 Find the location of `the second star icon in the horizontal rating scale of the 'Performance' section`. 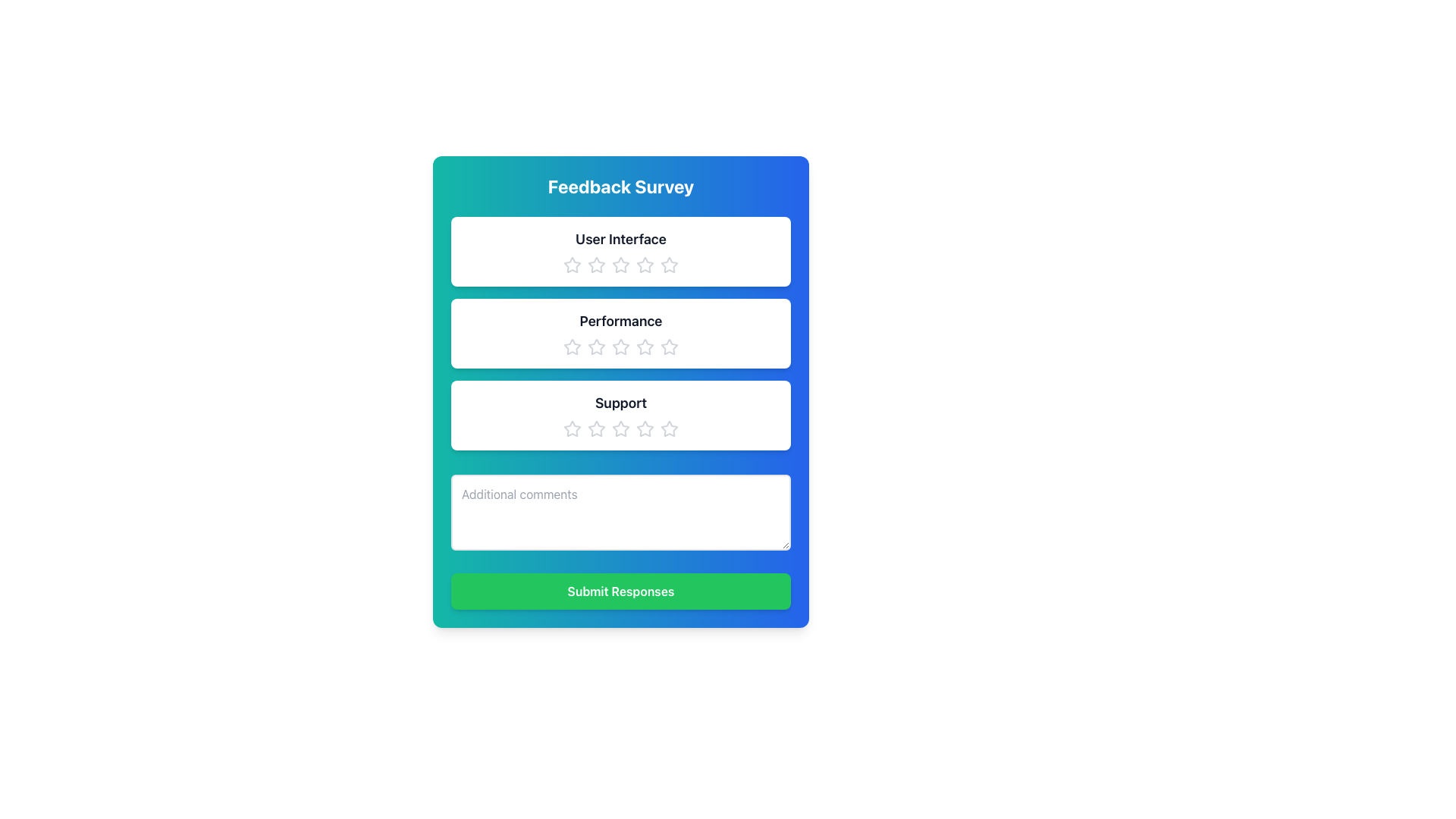

the second star icon in the horizontal rating scale of the 'Performance' section is located at coordinates (596, 347).